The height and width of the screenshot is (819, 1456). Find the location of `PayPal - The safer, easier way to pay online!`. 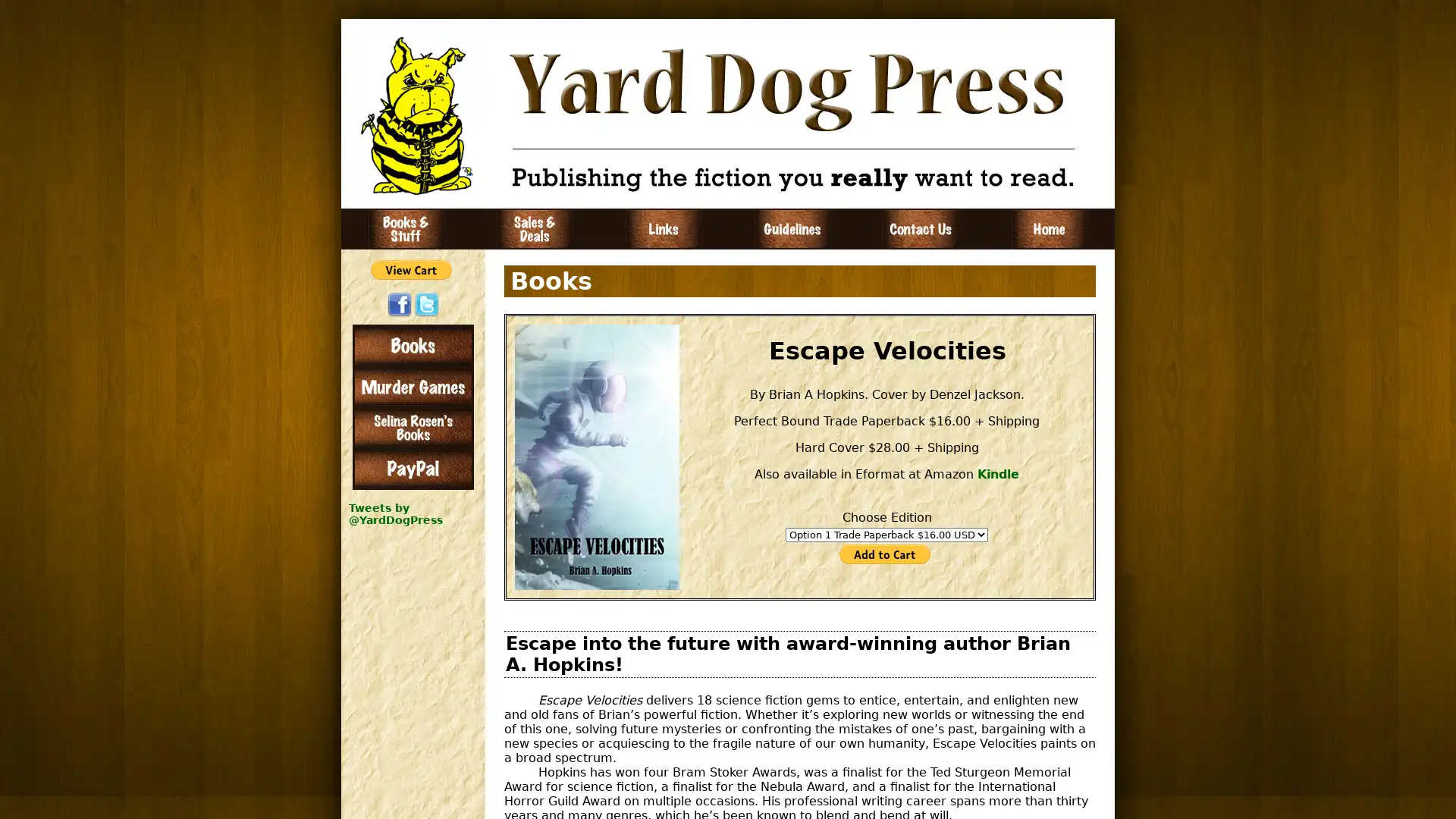

PayPal - The safer, easier way to pay online! is located at coordinates (884, 553).